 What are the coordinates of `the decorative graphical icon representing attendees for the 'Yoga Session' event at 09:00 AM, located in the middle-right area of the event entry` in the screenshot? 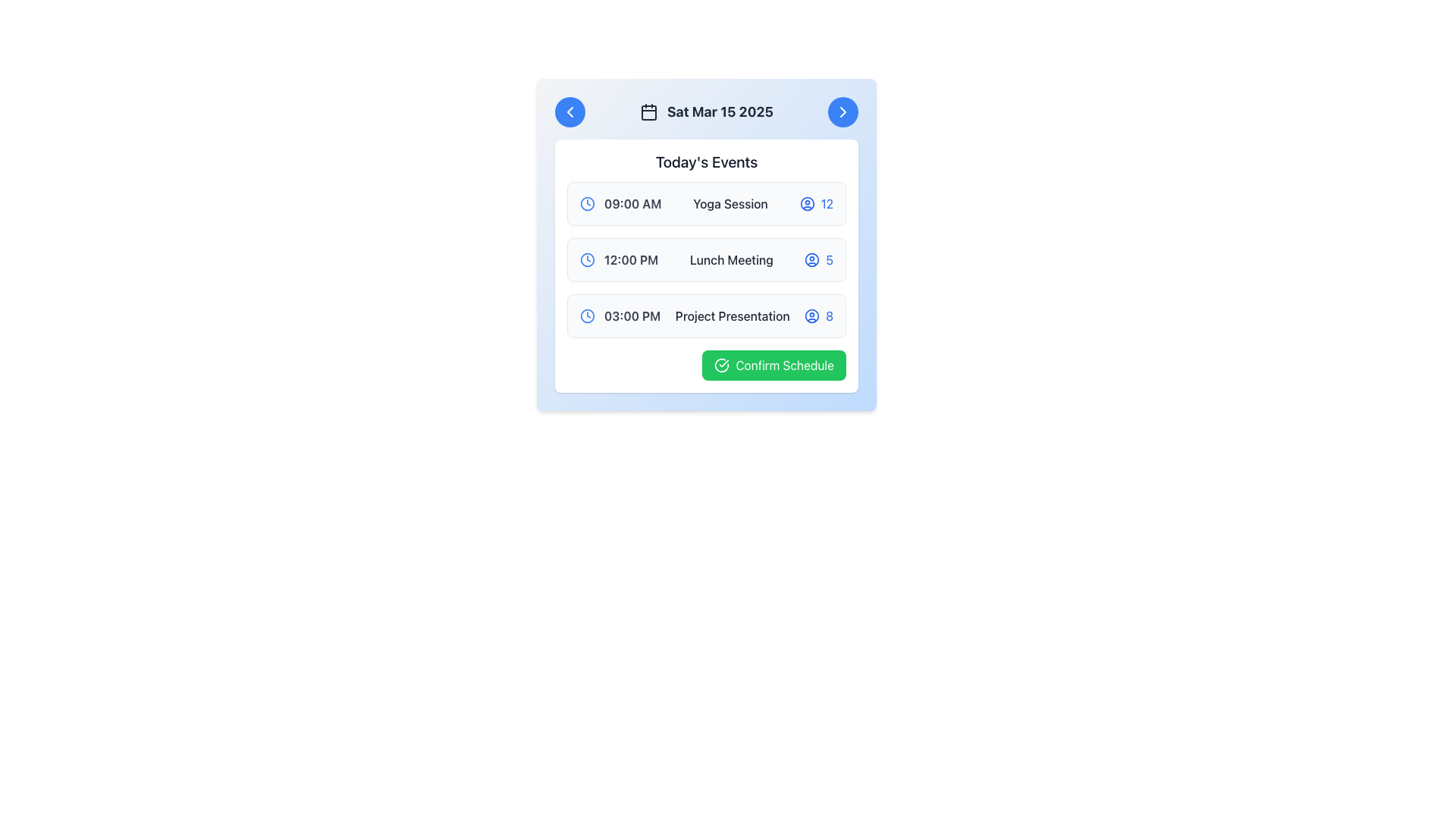 It's located at (806, 203).